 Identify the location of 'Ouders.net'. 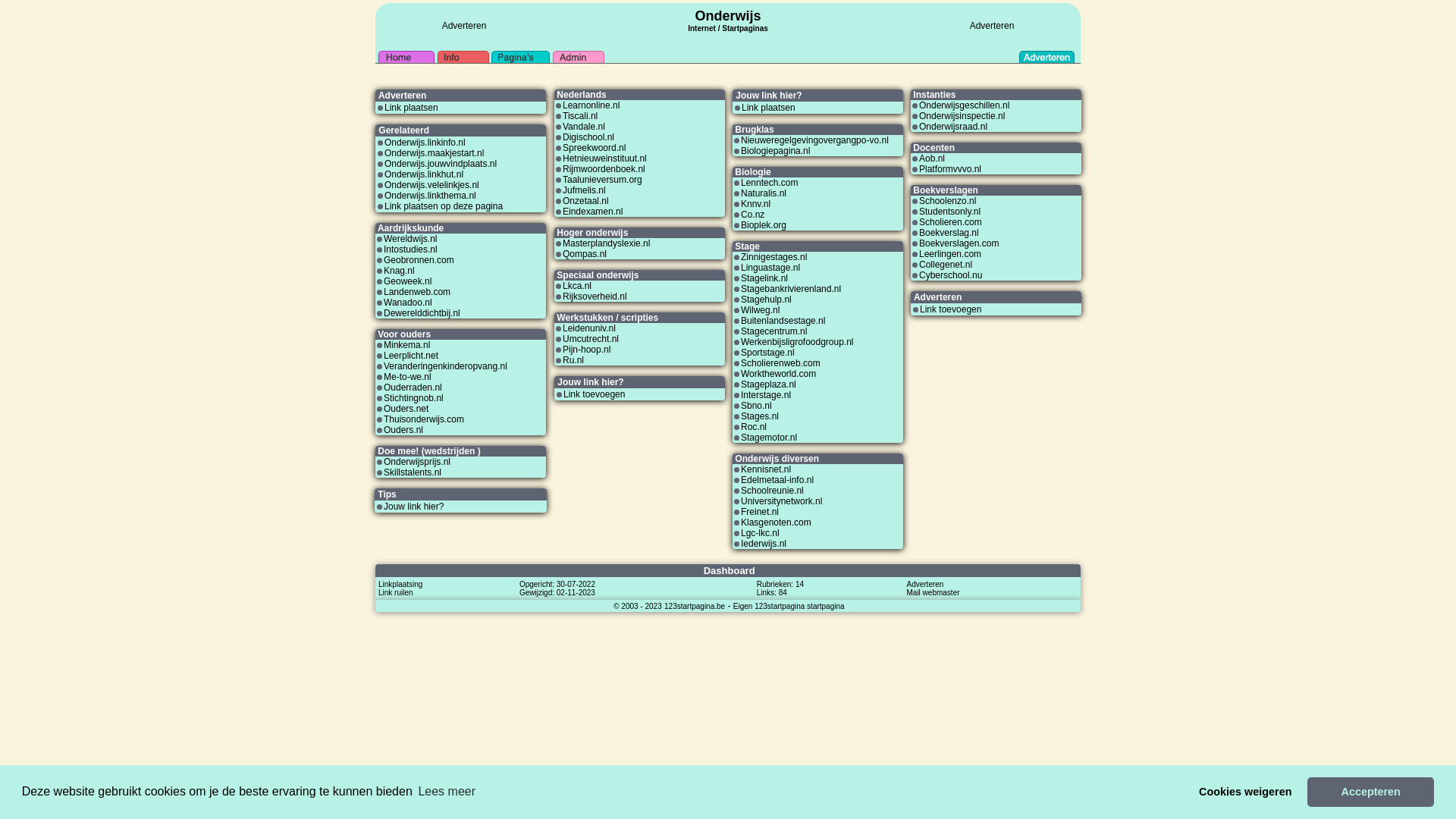
(406, 408).